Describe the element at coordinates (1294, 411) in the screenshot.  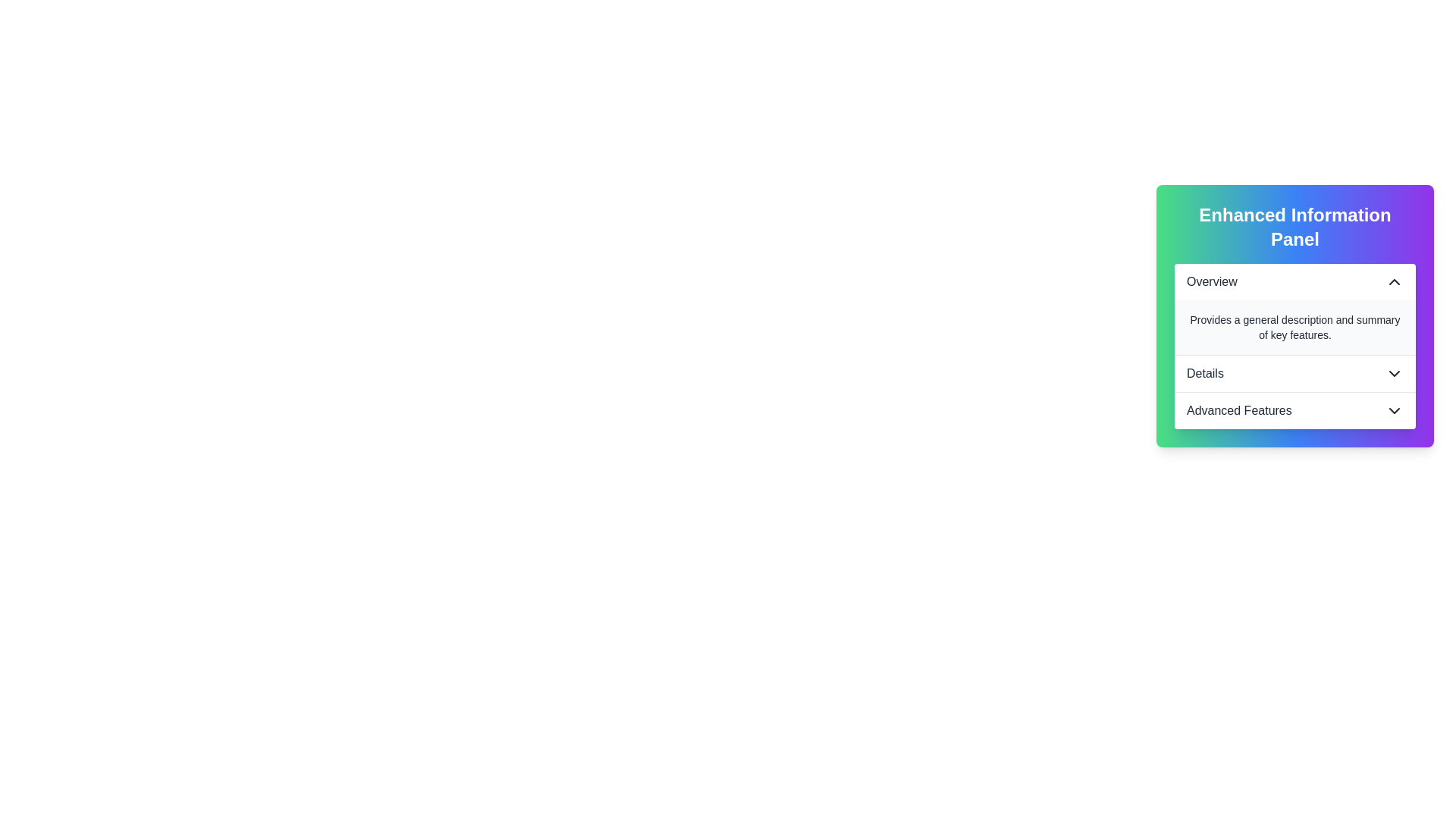
I see `the button in the 'Enhanced Information Panel' that expands a section or navigates to advanced features` at that location.